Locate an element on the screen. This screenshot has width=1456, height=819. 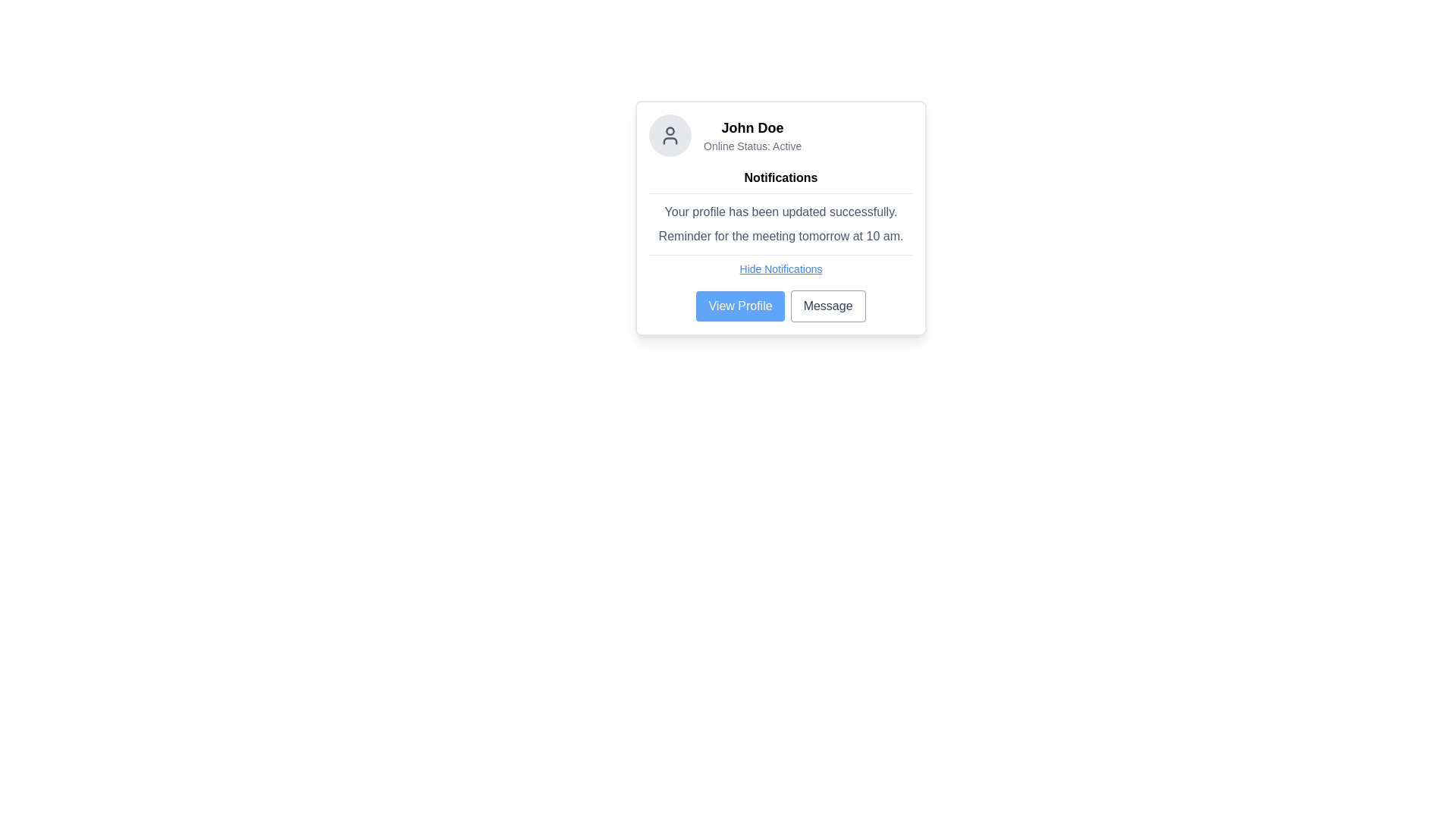
the informational notification about the upcoming meeting scheduled for 10 am, located centrally within the card below the message stating 'Your profile has been updated successfully.' is located at coordinates (781, 237).